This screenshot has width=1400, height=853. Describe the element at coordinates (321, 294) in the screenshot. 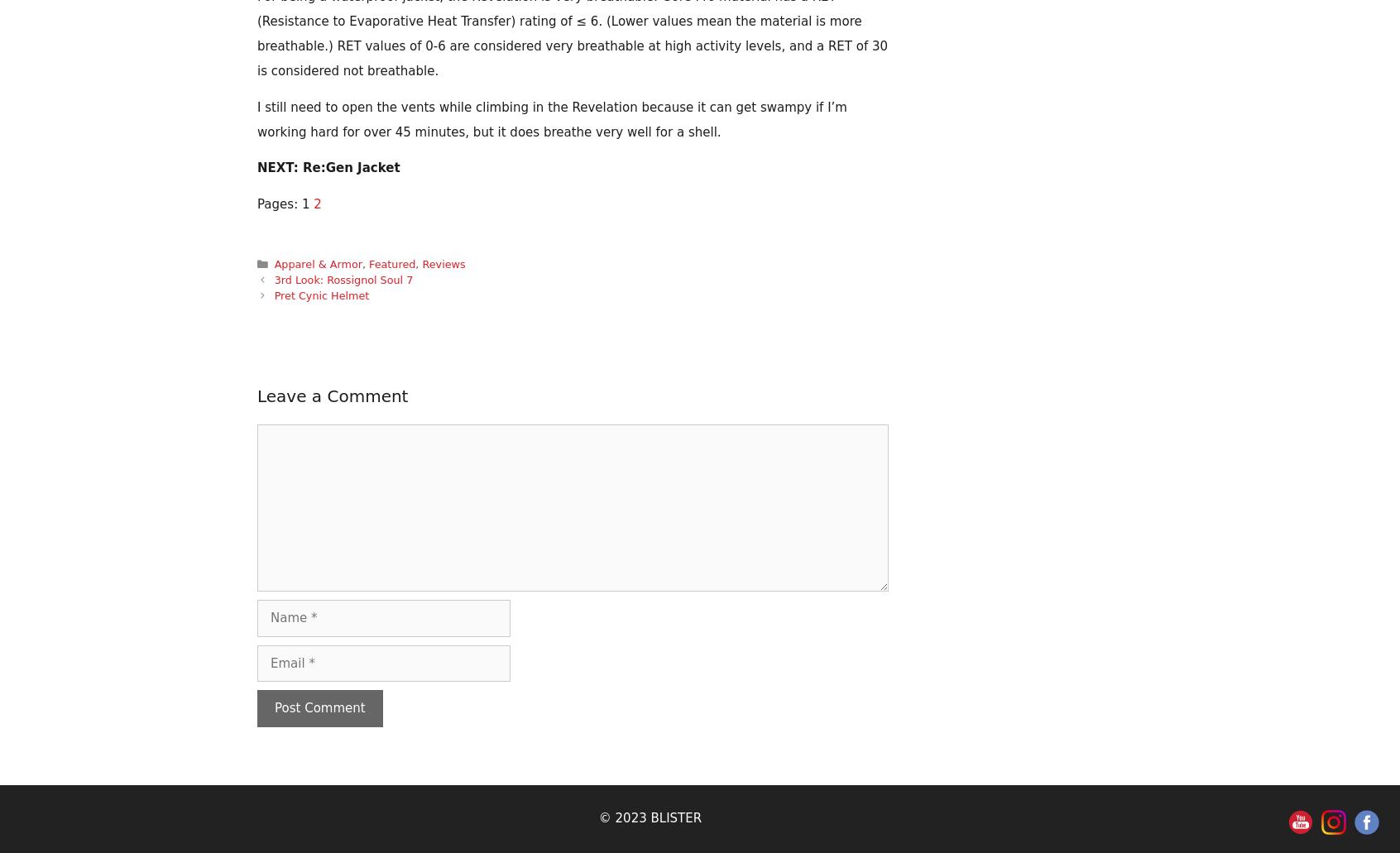

I see `'Pret Cynic Helmet'` at that location.